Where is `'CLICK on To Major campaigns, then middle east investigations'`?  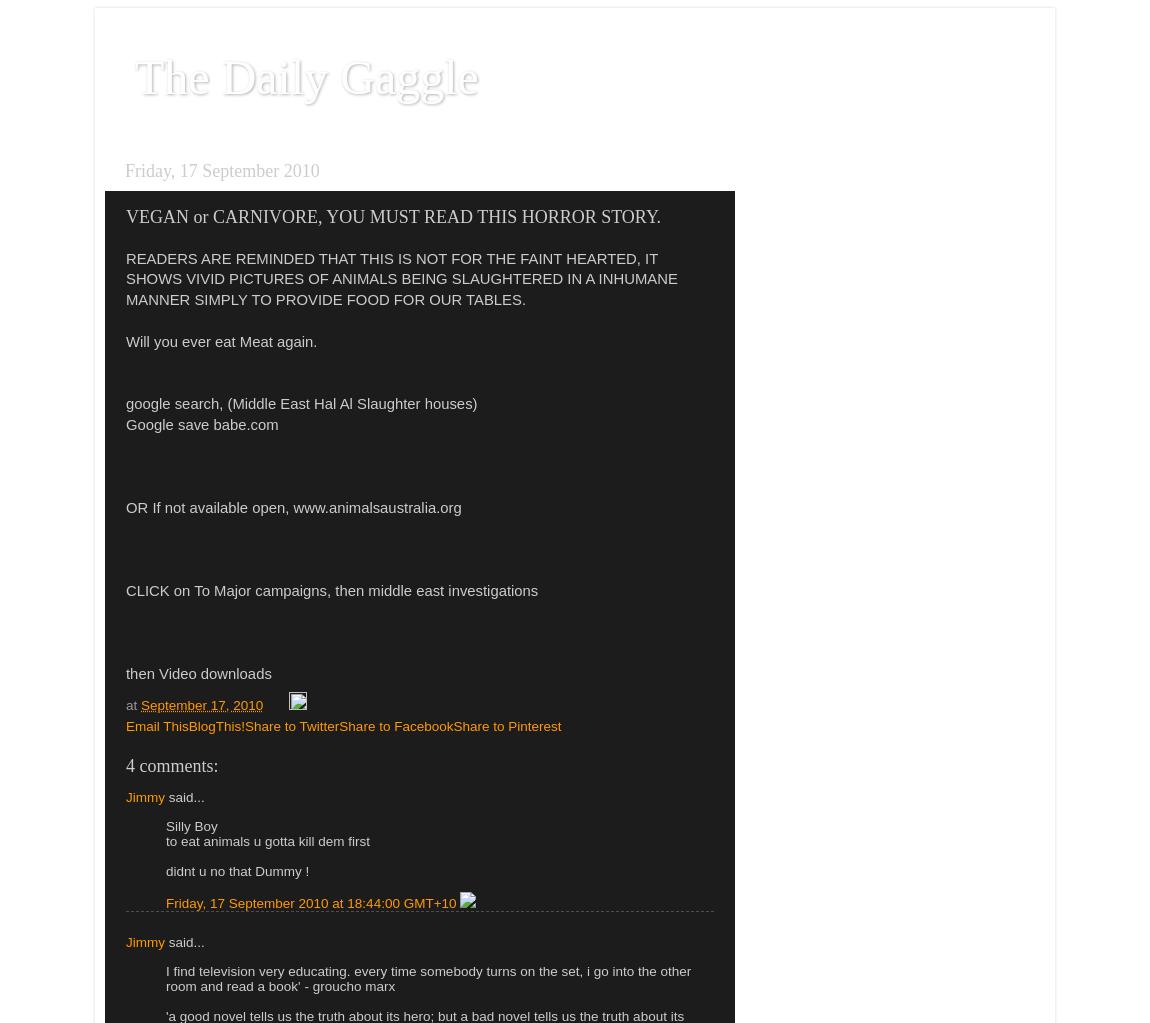
'CLICK on To Major campaigns, then middle east investigations' is located at coordinates (332, 590).